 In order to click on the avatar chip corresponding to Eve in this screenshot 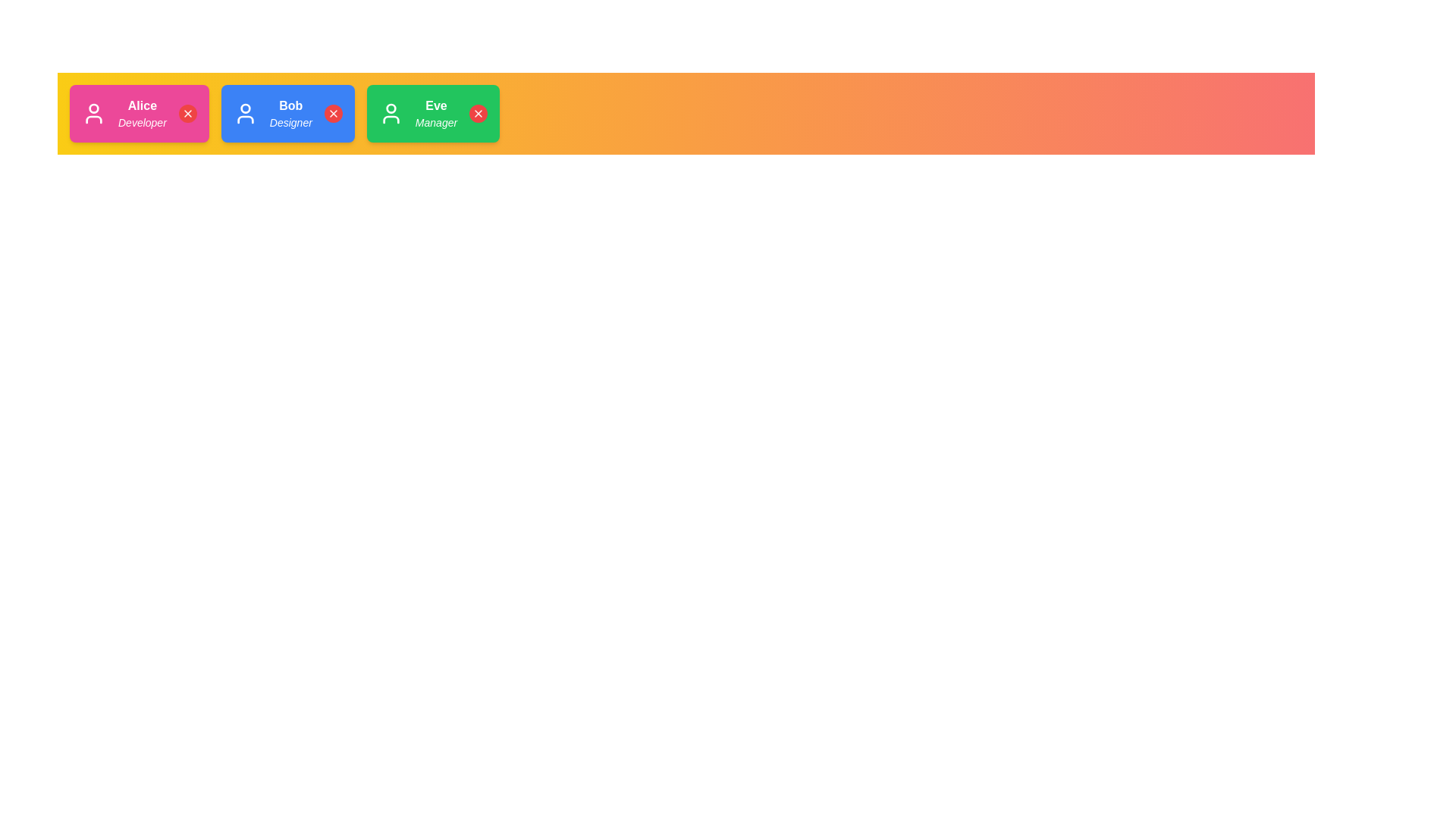, I will do `click(432, 113)`.